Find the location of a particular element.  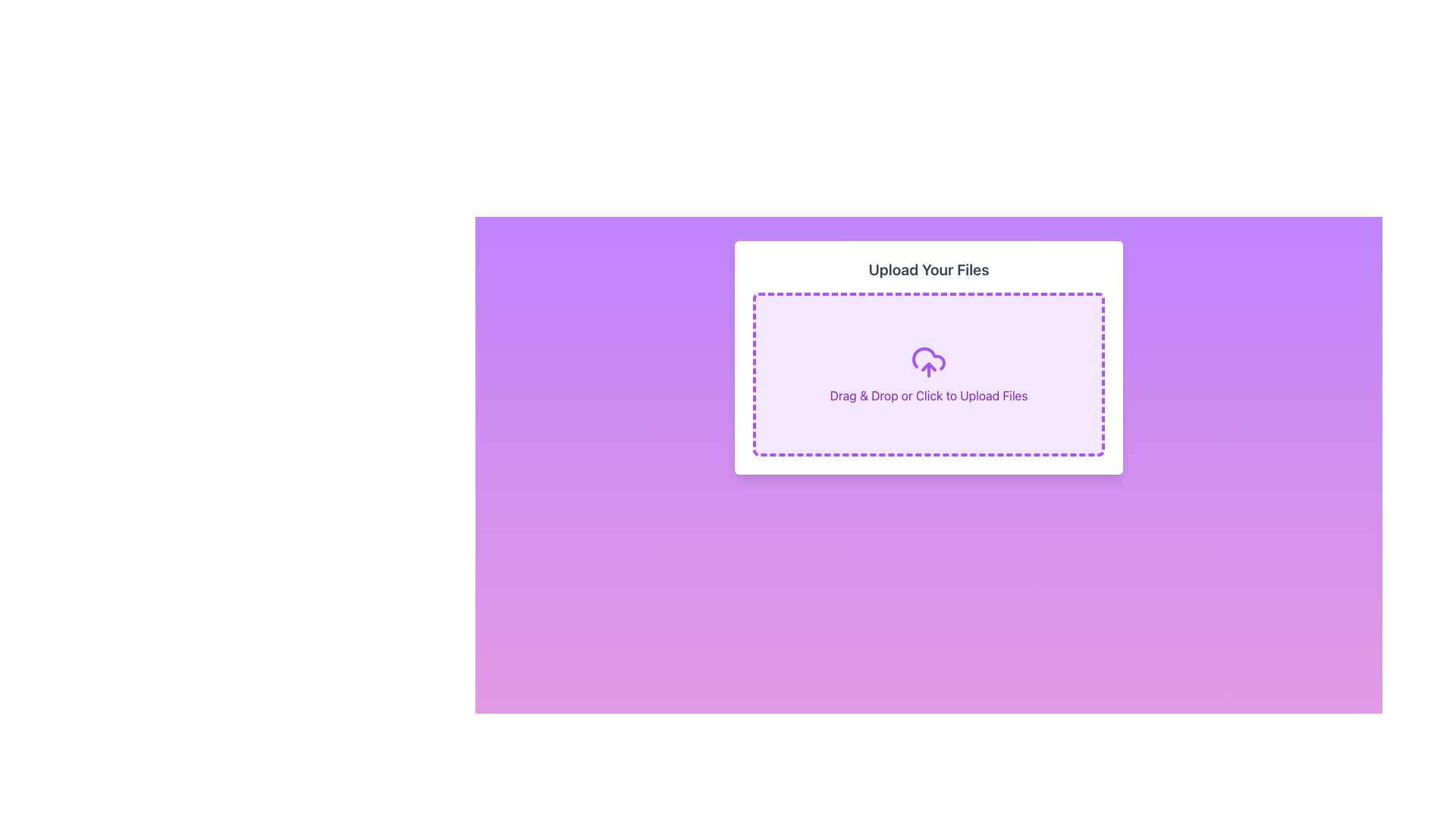

upward-pointing purple chevron icon located at the bottom-center of the cloud-shaped upload dialog box for styling or testing purposes is located at coordinates (927, 366).